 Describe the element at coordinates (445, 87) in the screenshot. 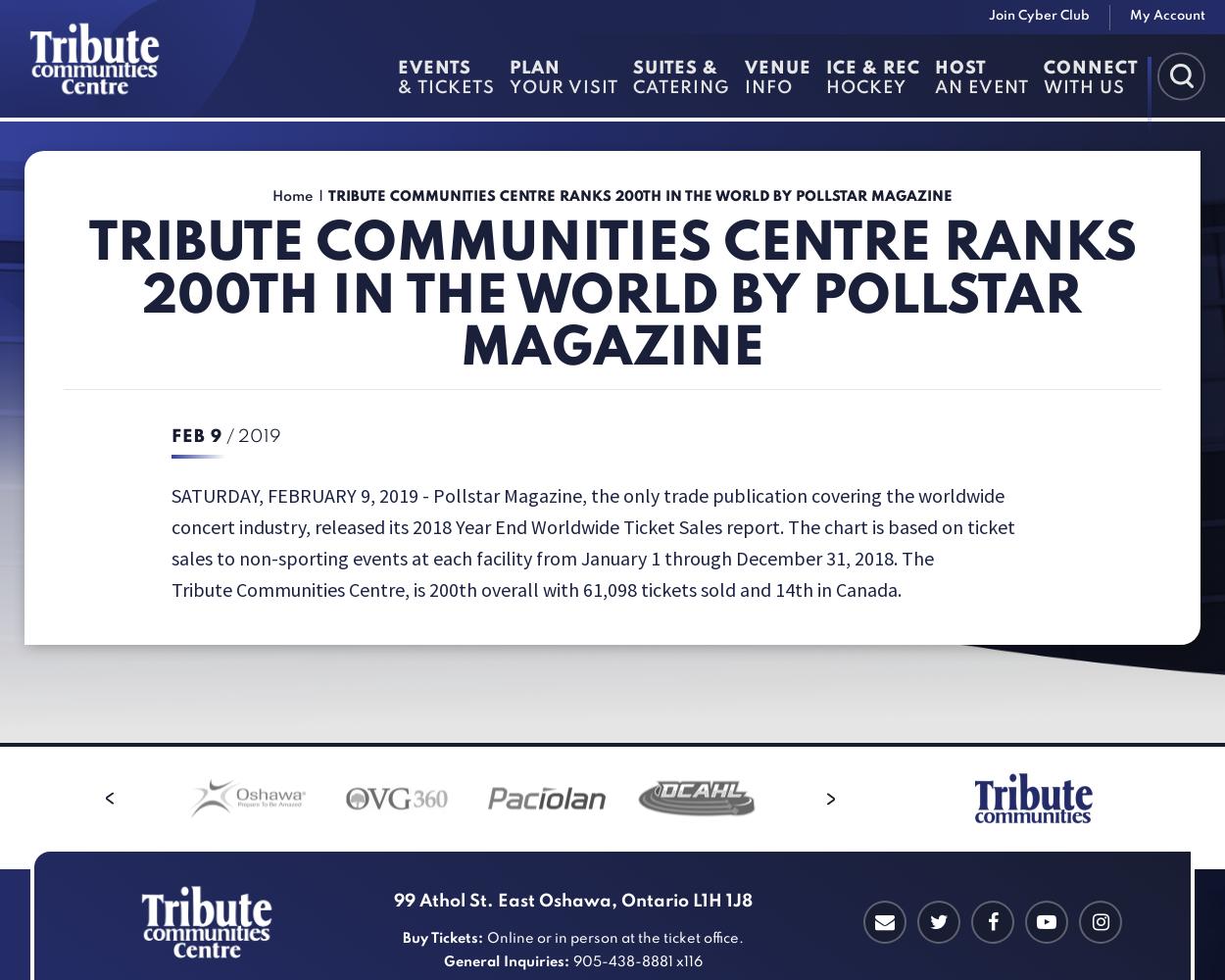

I see `'& Tickets'` at that location.